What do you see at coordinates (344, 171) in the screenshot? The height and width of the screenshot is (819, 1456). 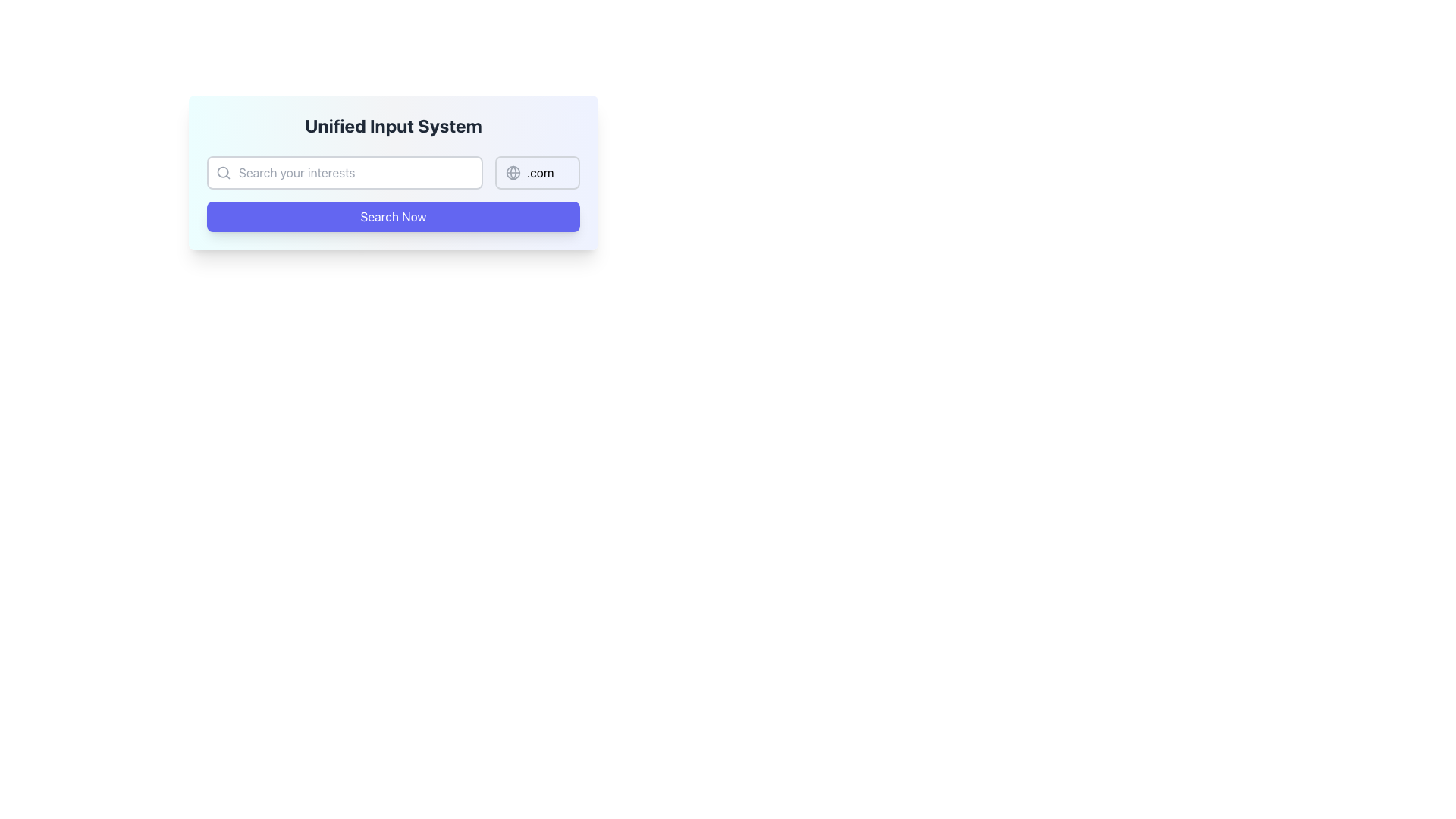 I see `the search text input field located at the top-center of the interface to focus on it` at bounding box center [344, 171].